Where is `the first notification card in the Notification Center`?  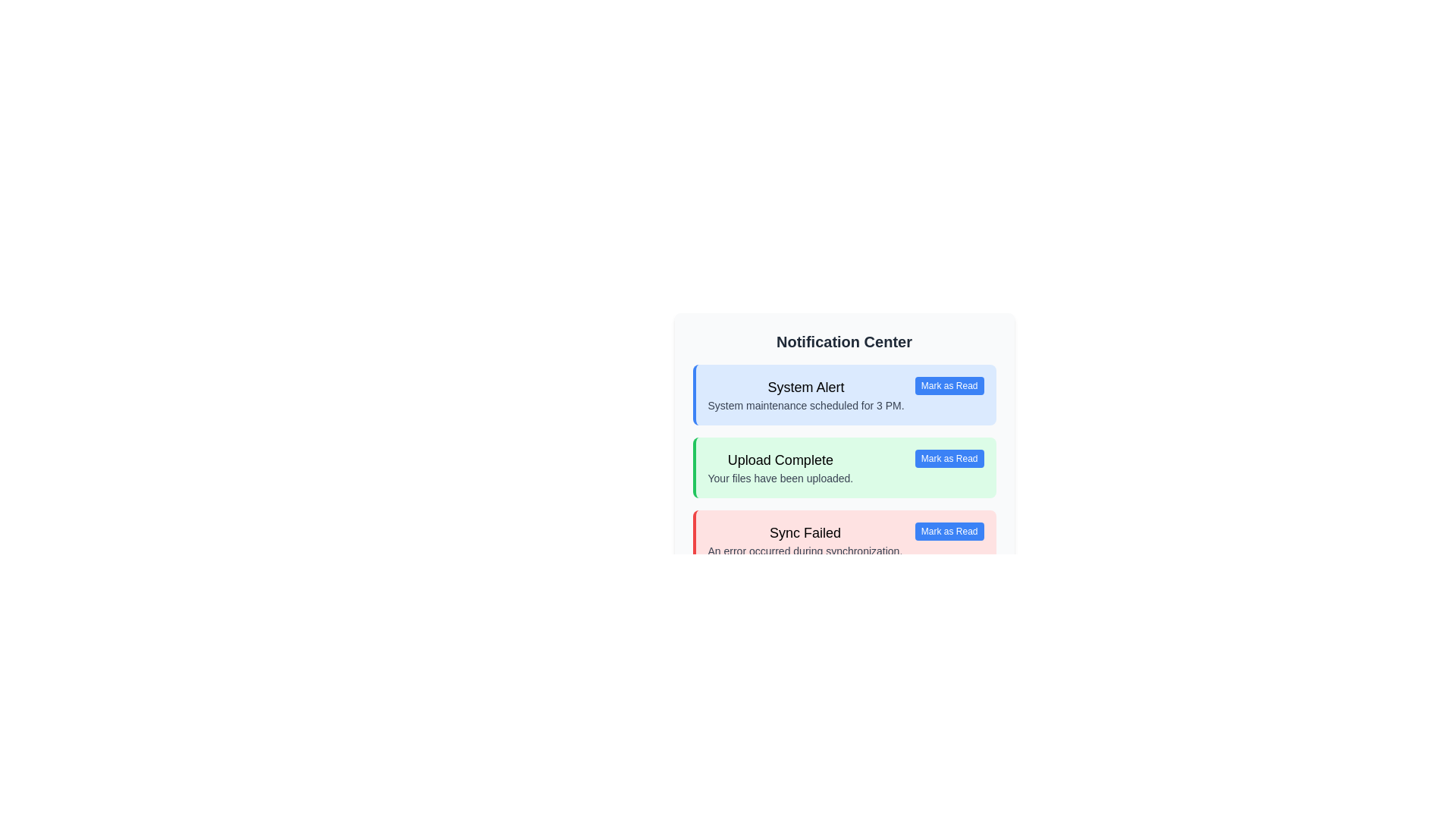 the first notification card in the Notification Center is located at coordinates (843, 394).